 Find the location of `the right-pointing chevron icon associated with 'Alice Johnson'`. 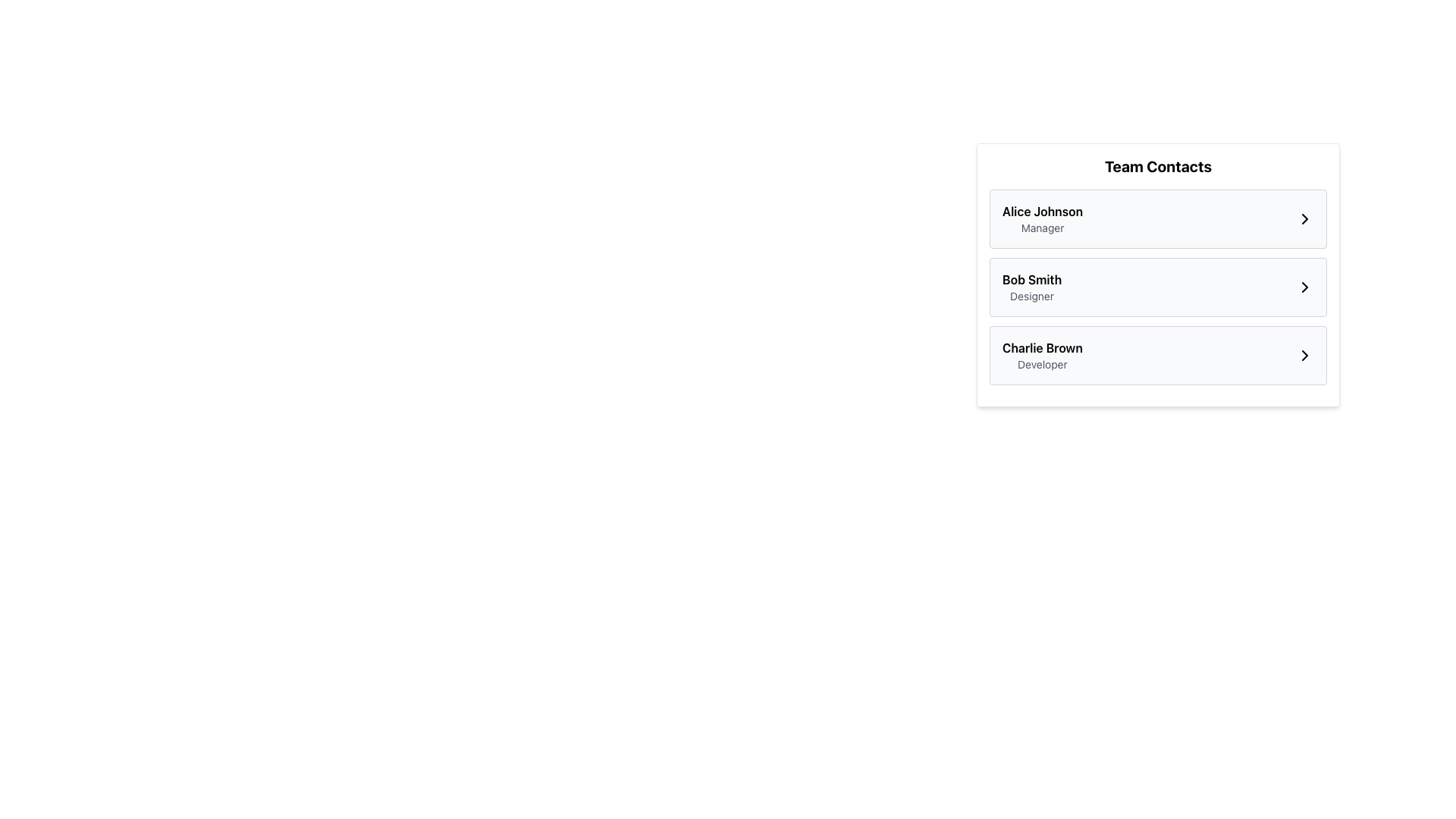

the right-pointing chevron icon associated with 'Alice Johnson' is located at coordinates (1304, 219).